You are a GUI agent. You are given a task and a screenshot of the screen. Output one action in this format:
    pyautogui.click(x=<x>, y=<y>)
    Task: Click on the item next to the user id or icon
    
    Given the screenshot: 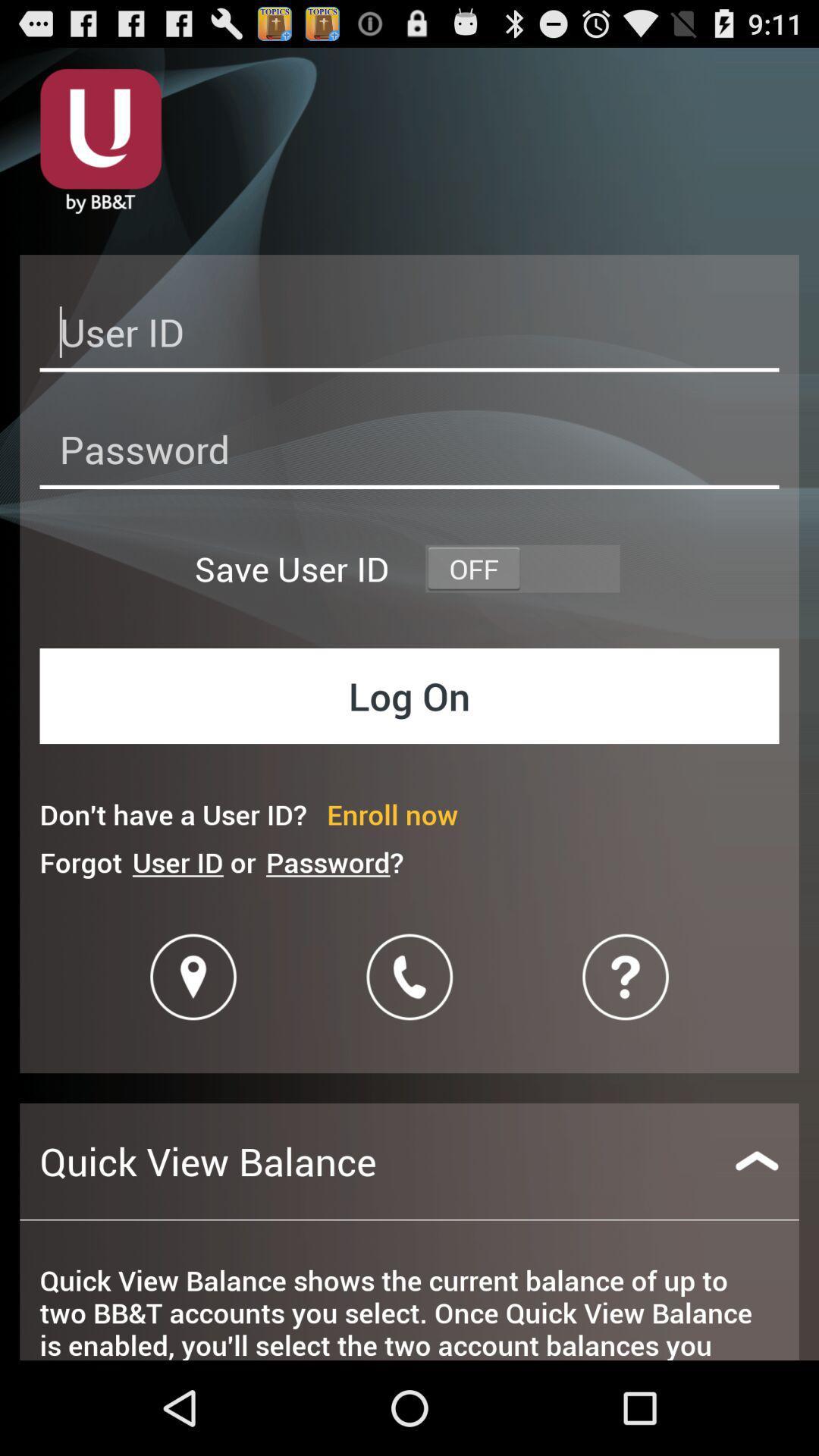 What is the action you would take?
    pyautogui.click(x=334, y=862)
    